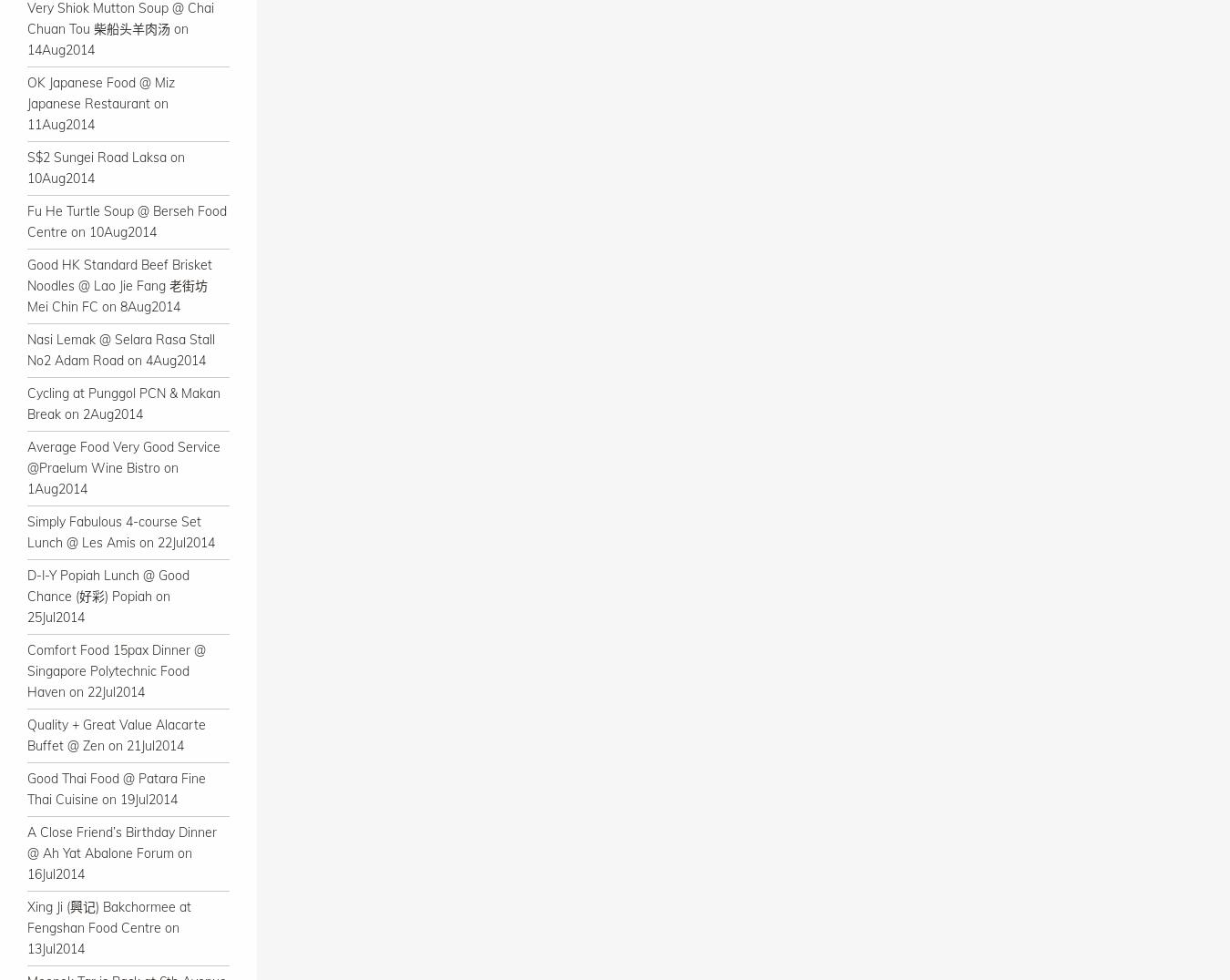 The width and height of the screenshot is (1230, 980). I want to click on 'Xing Ji (興记) Bakchormee at Fengshan Food Centre on 13Jul2014', so click(26, 926).